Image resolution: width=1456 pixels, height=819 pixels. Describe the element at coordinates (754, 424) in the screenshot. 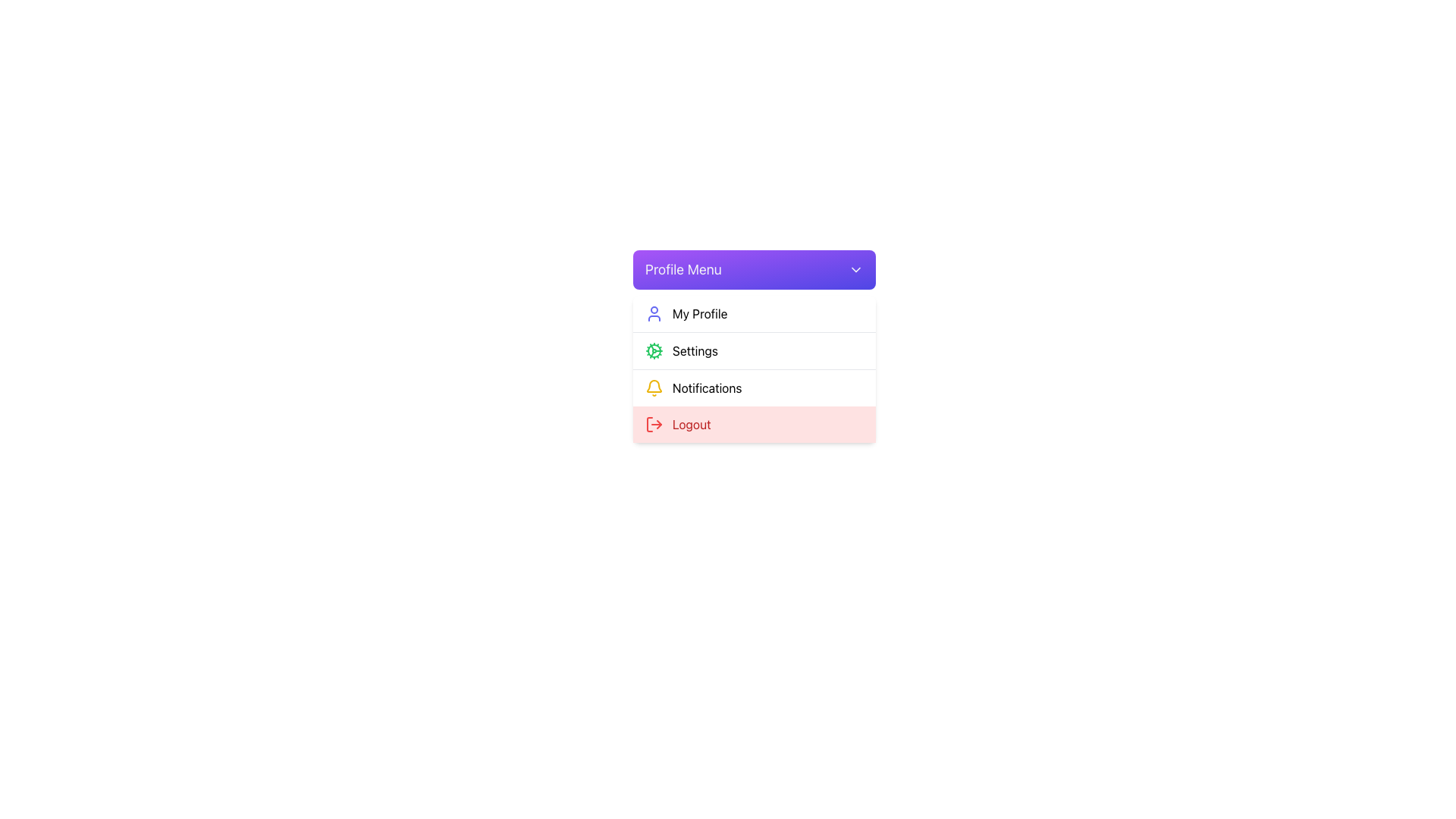

I see `the 'Log Out' menu item located at the bottom of the 'Profile Menu' dropdown to log out of the account` at that location.